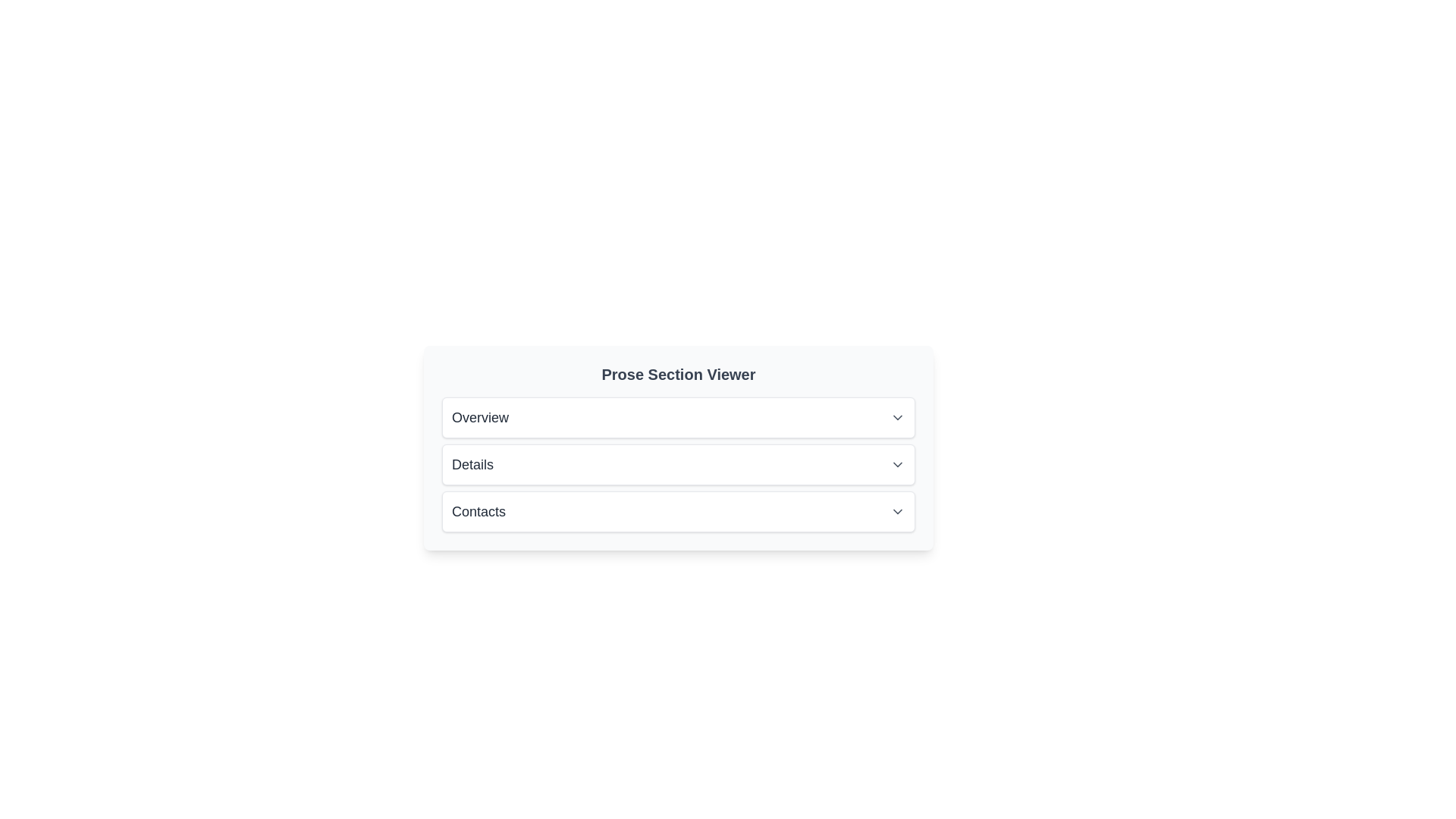 The width and height of the screenshot is (1456, 819). What do you see at coordinates (898, 512) in the screenshot?
I see `the downward-pointing chevron icon on the right side of the 'Contacts' row` at bounding box center [898, 512].